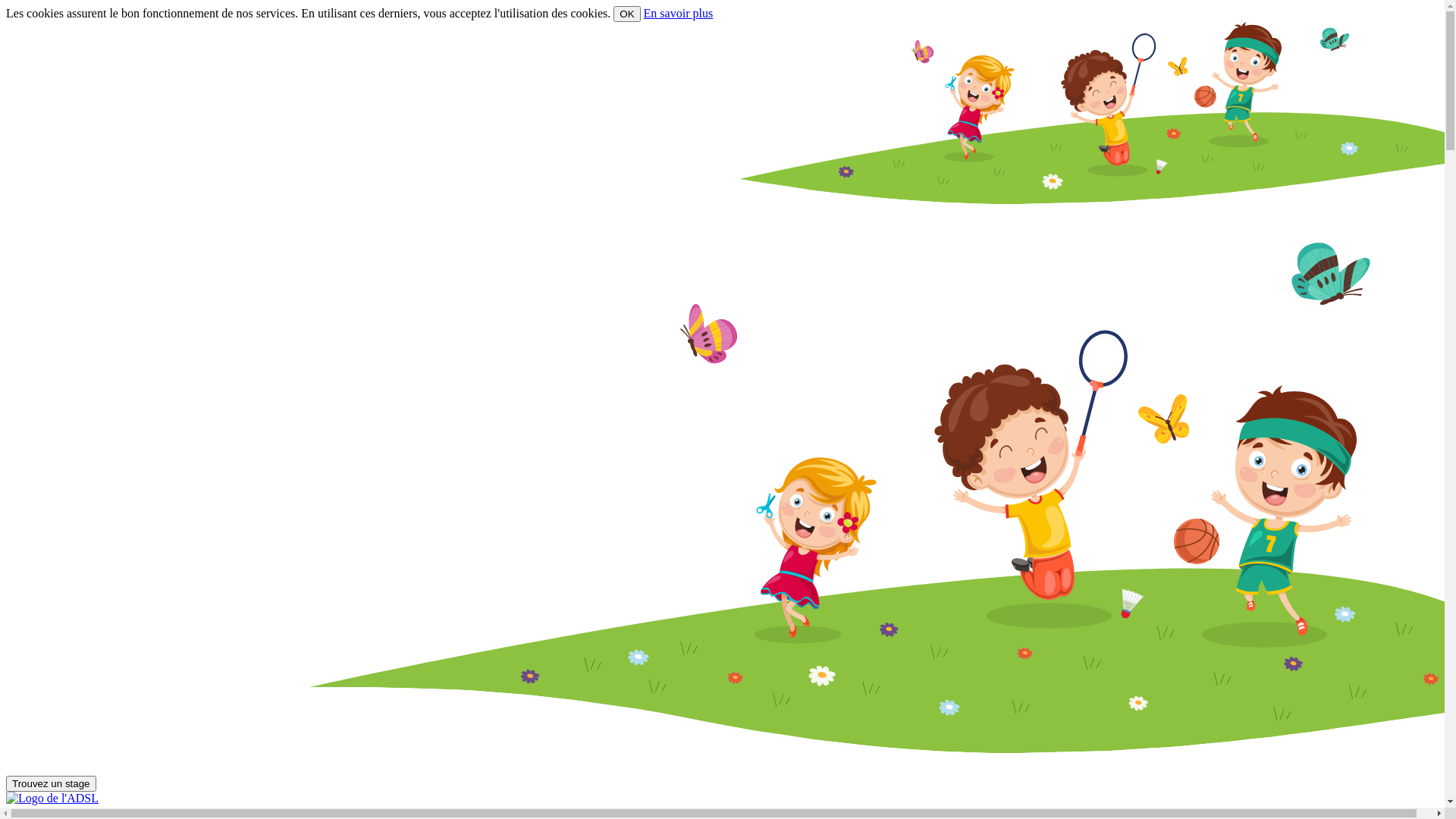  What do you see at coordinates (677, 13) in the screenshot?
I see `'En savoir plus'` at bounding box center [677, 13].